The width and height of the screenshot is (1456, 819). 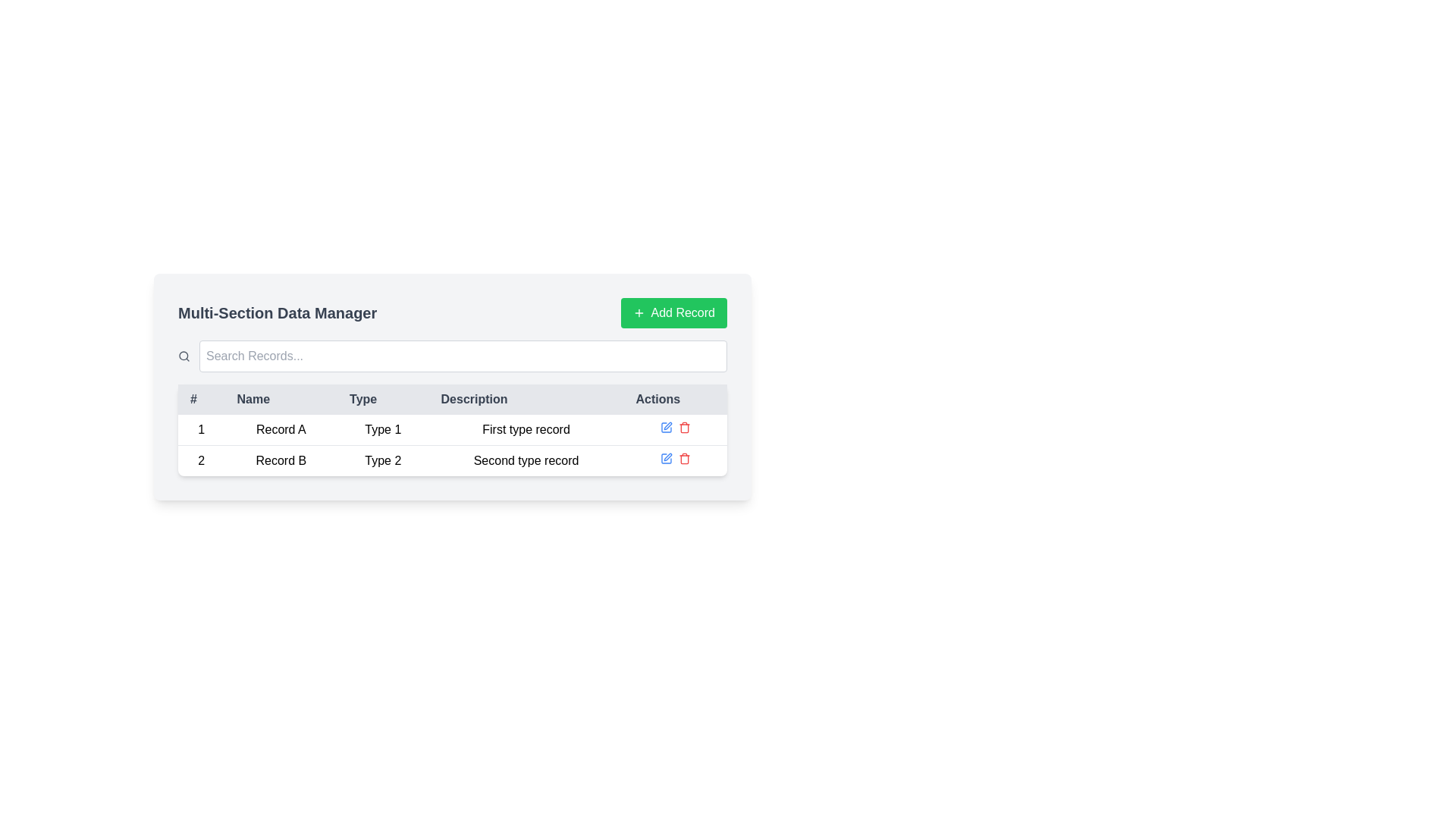 What do you see at coordinates (383, 460) in the screenshot?
I see `the Text label located in the second data row of the table under the 'Type' column, positioned between 'Record B' and 'Second type record'` at bounding box center [383, 460].